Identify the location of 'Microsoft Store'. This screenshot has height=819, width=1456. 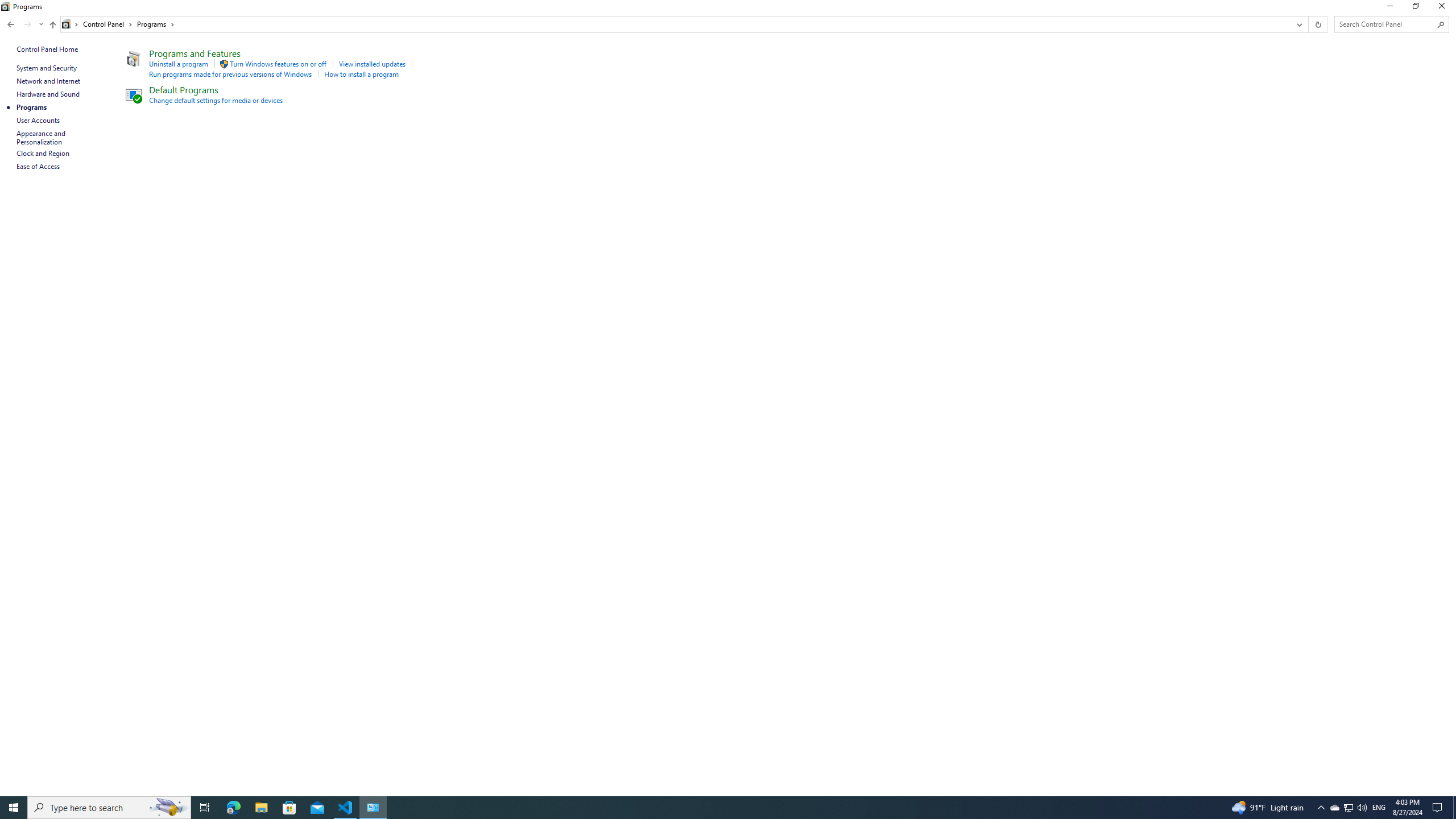
(289, 806).